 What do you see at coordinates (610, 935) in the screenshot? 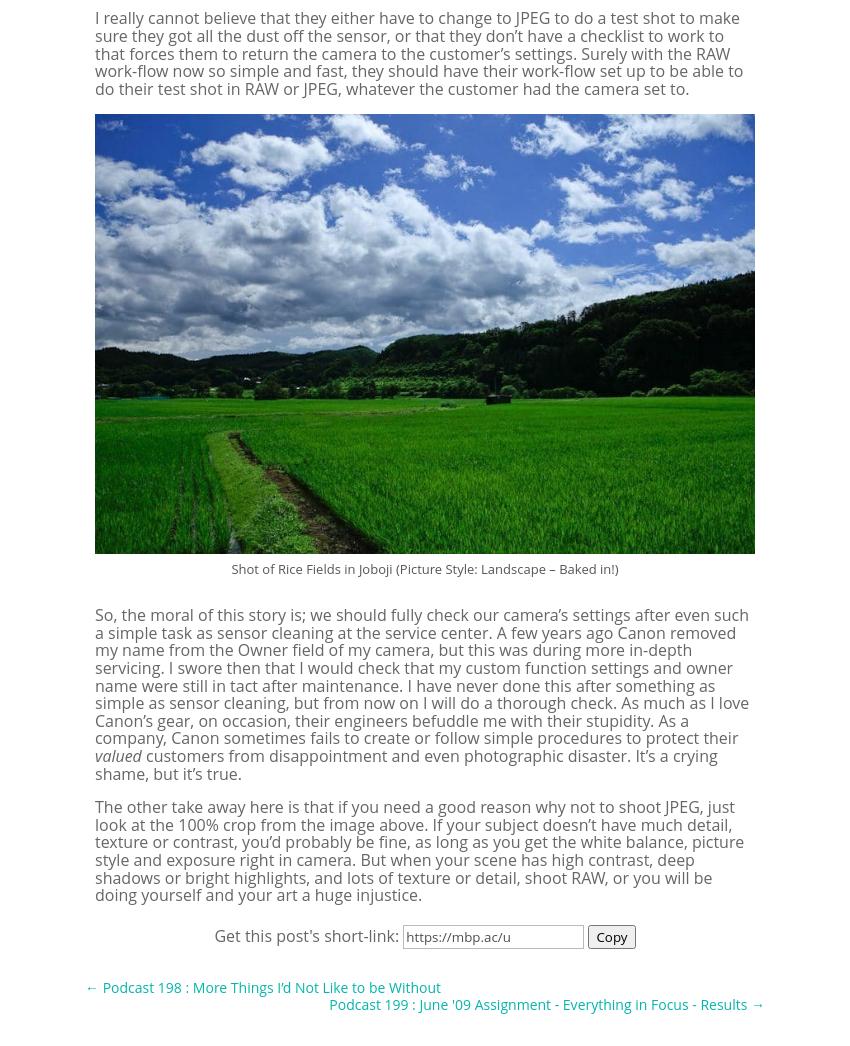
I see `'Copy'` at bounding box center [610, 935].